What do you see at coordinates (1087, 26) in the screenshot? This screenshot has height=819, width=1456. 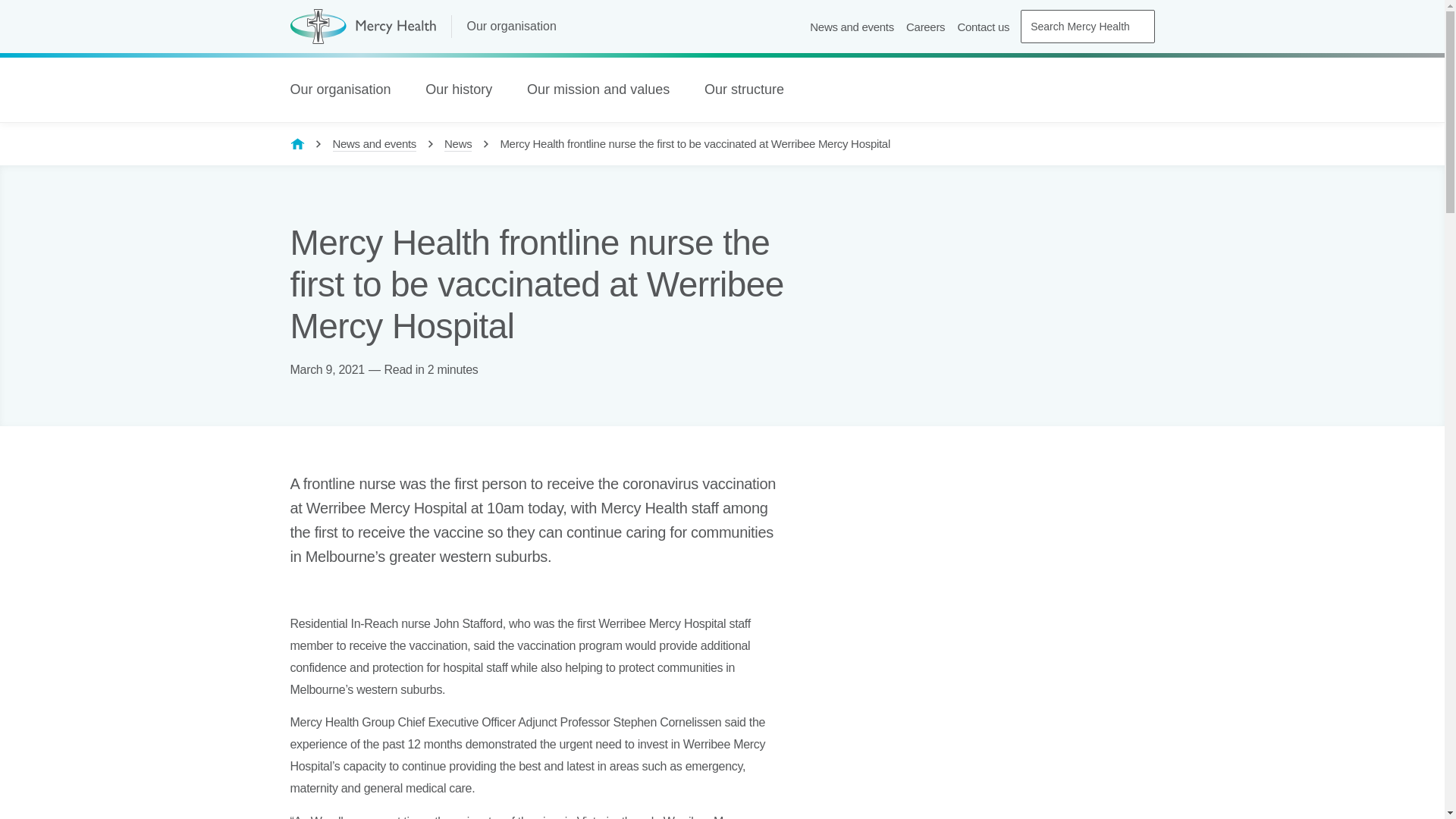 I see `'Search Mercy Health'` at bounding box center [1087, 26].